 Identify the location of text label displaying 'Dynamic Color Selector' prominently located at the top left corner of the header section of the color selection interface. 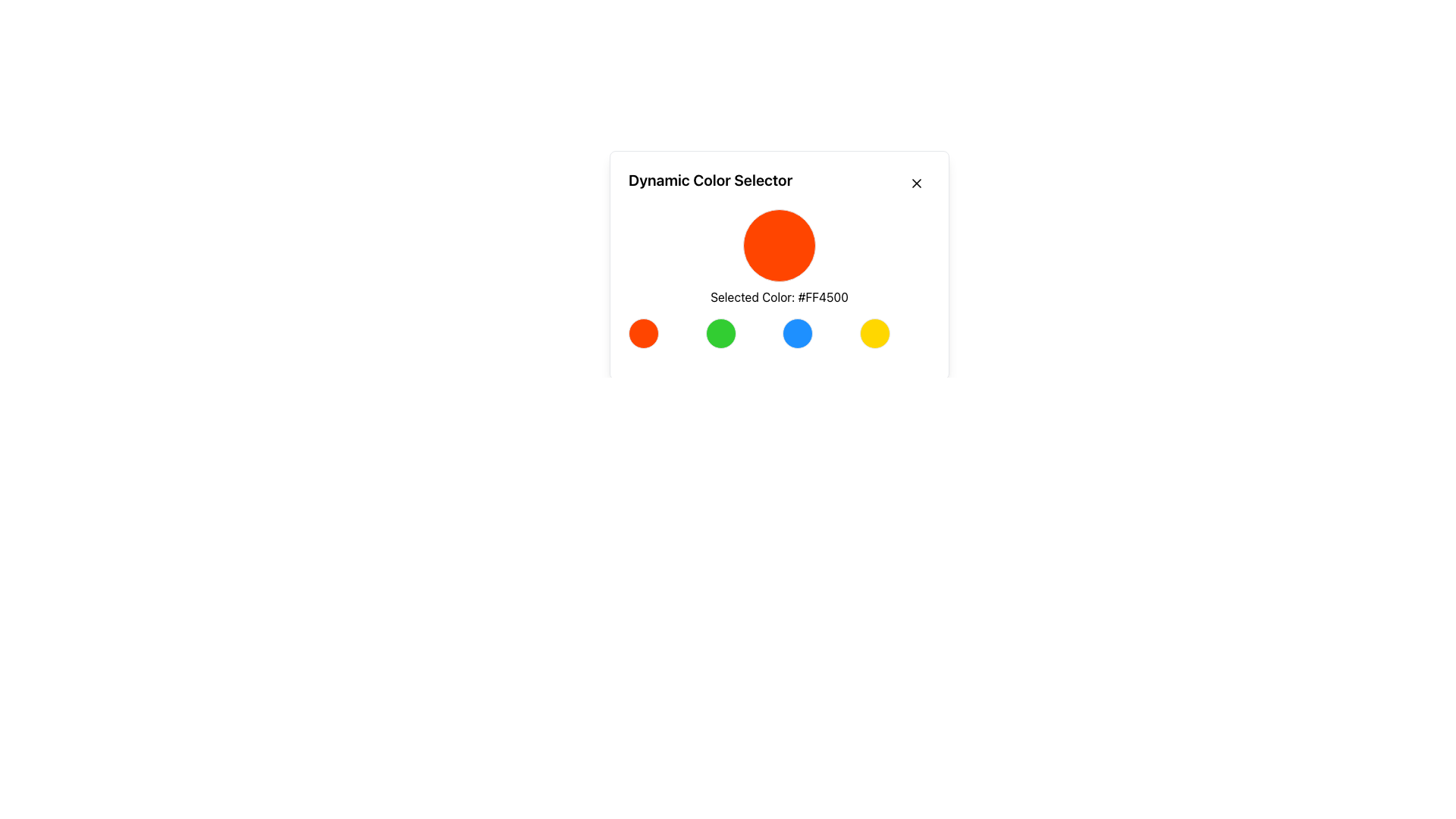
(710, 183).